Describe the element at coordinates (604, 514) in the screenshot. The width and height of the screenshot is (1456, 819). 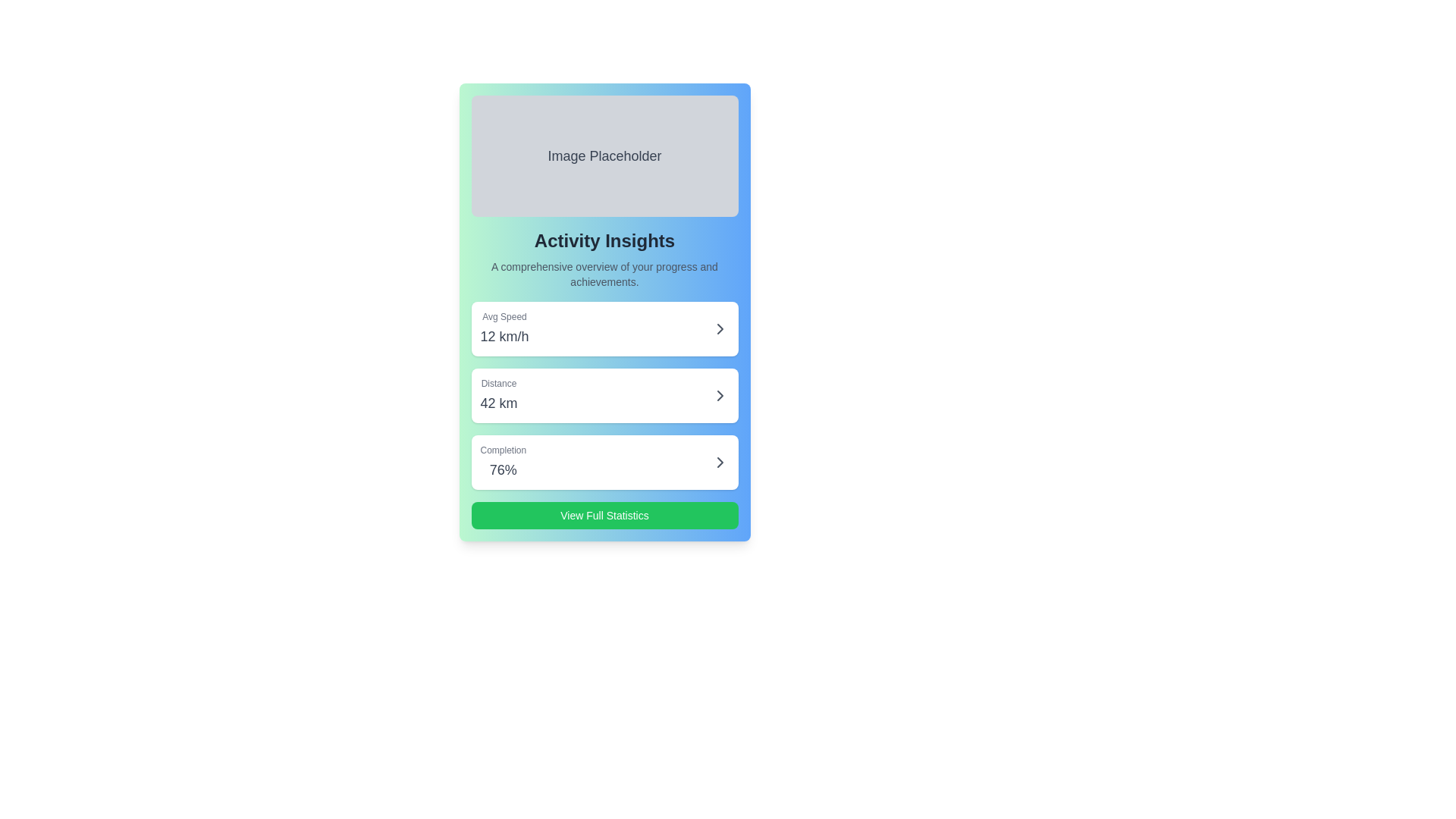
I see `the 'View Full Statistics' button, which is a horizontally elongated rectangular button with a green background and white text, located at the bottom of the layout to observe the color change effect` at that location.